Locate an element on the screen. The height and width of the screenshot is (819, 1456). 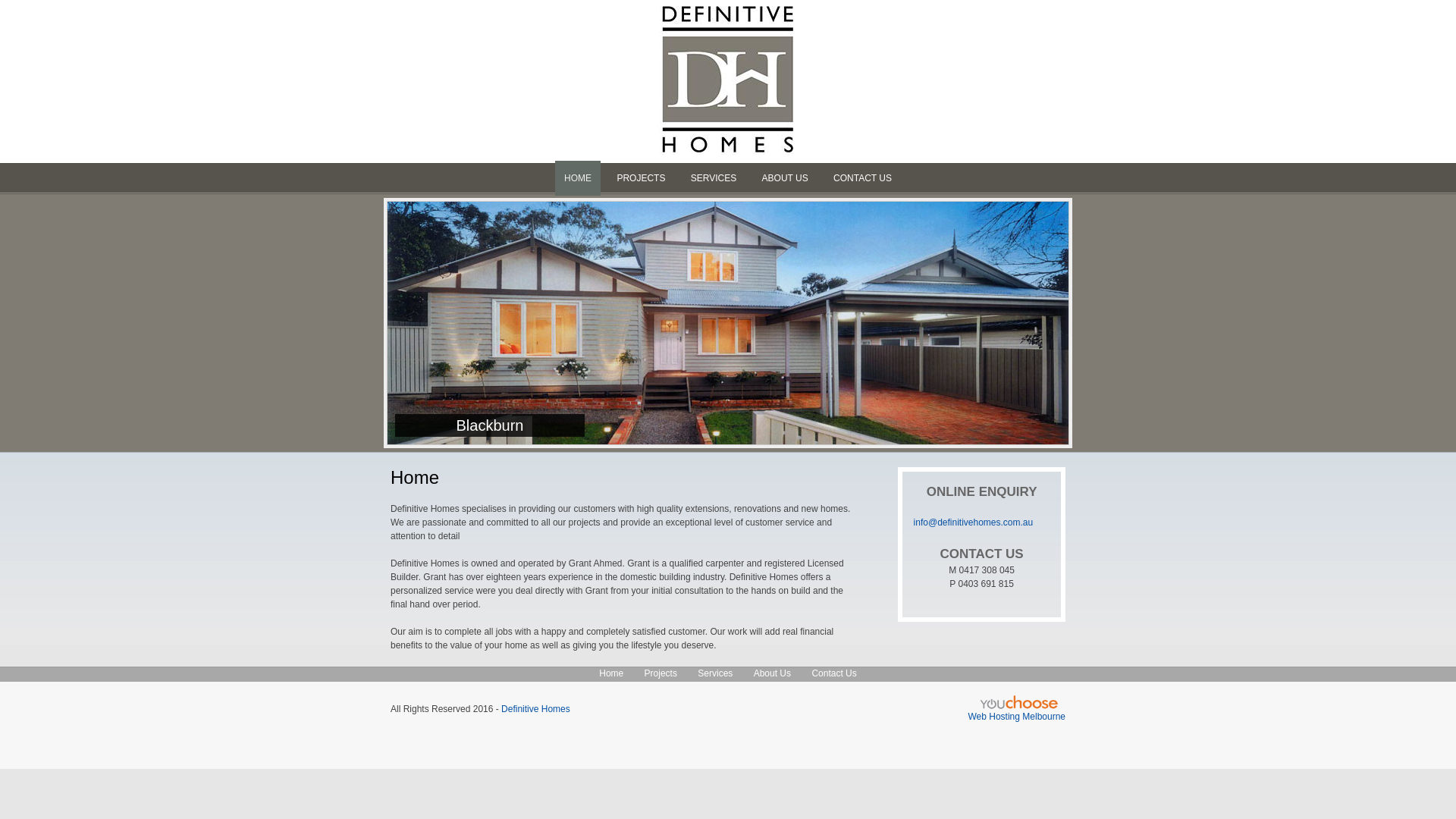
'CONTACT US' is located at coordinates (862, 177).